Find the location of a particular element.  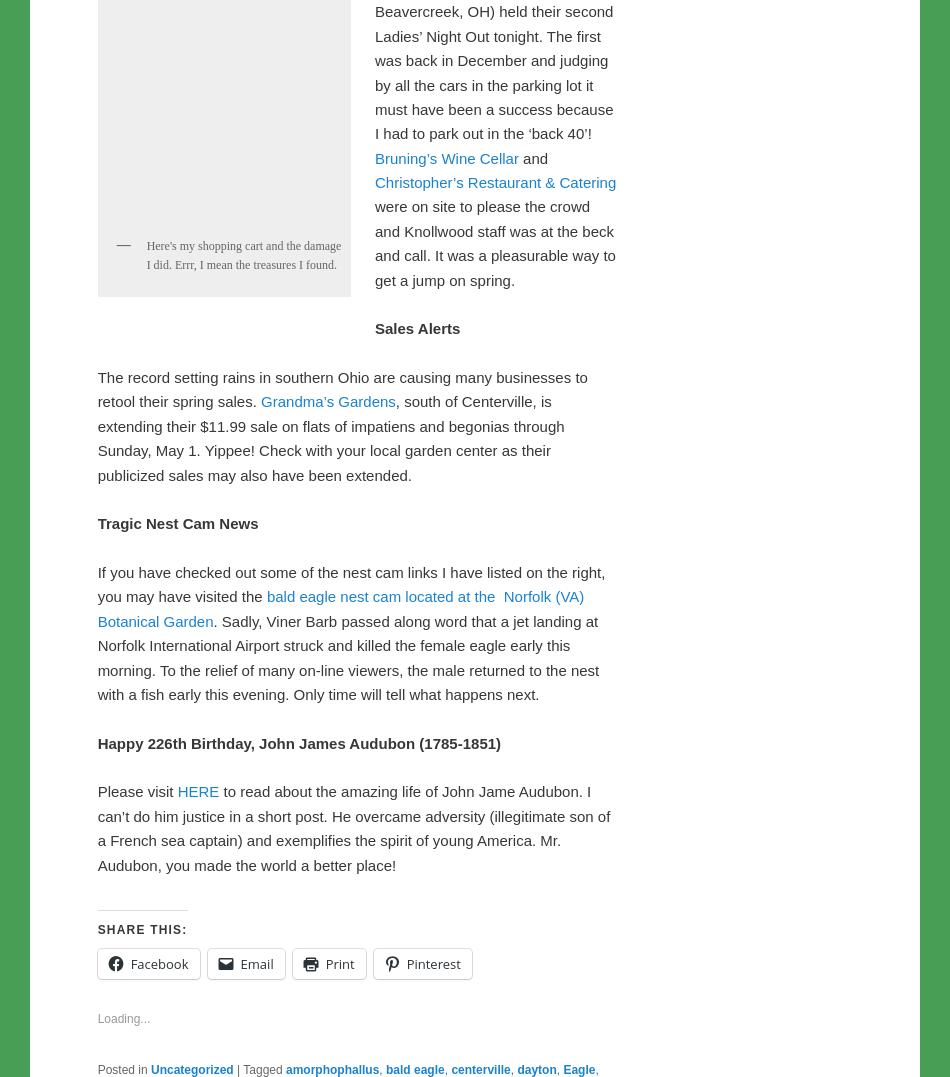

'Beavercreek, OH) held their second Ladies’ Night Out tonight. The first was back in December and judging by all the cars in the parking lot it must have been a success because I had to park out in the ‘back 40’!' is located at coordinates (494, 491).